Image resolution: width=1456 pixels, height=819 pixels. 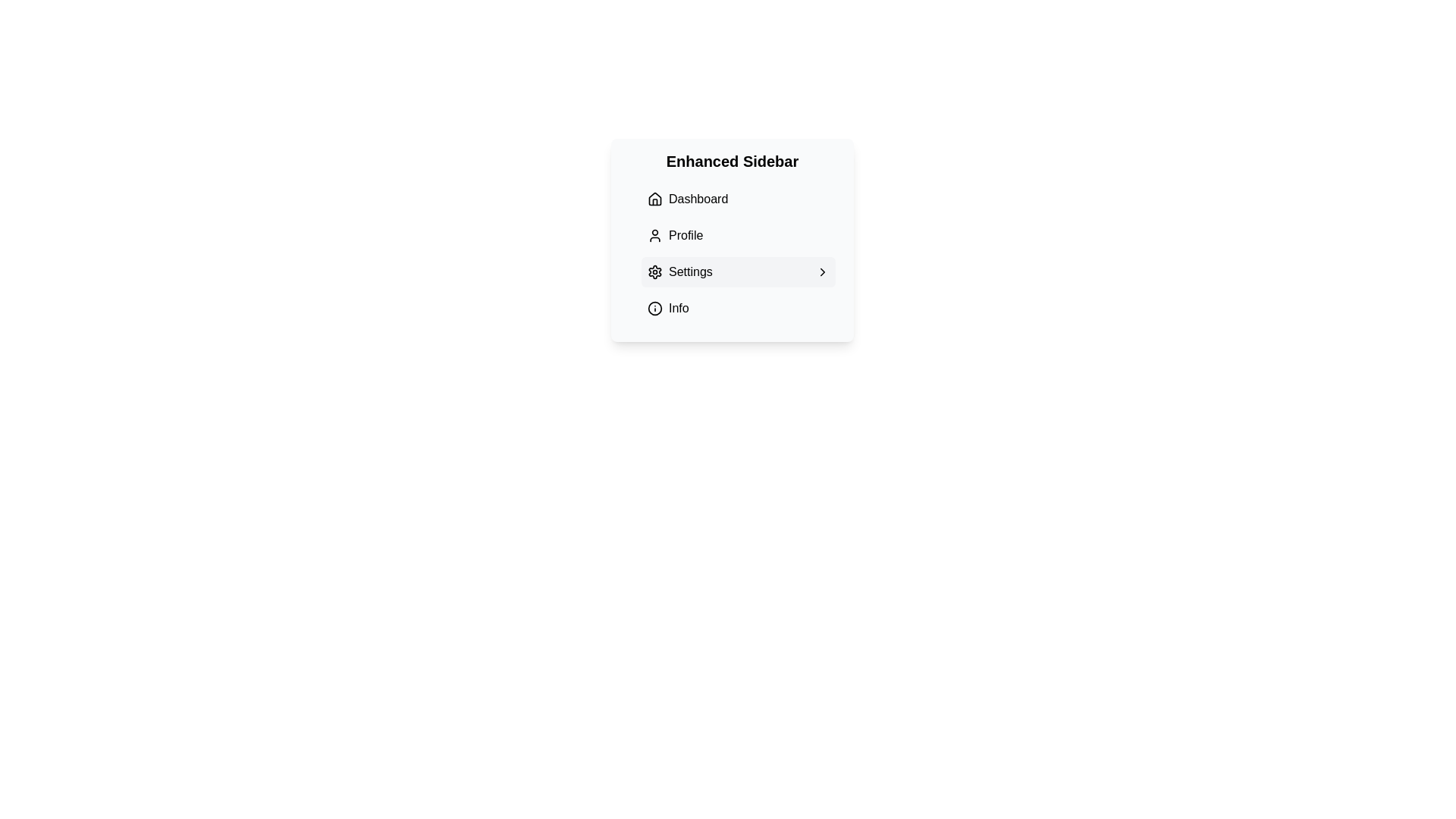 I want to click on the 'Dashboard' navigational button located at the top of the sidebar menu, so click(x=739, y=198).